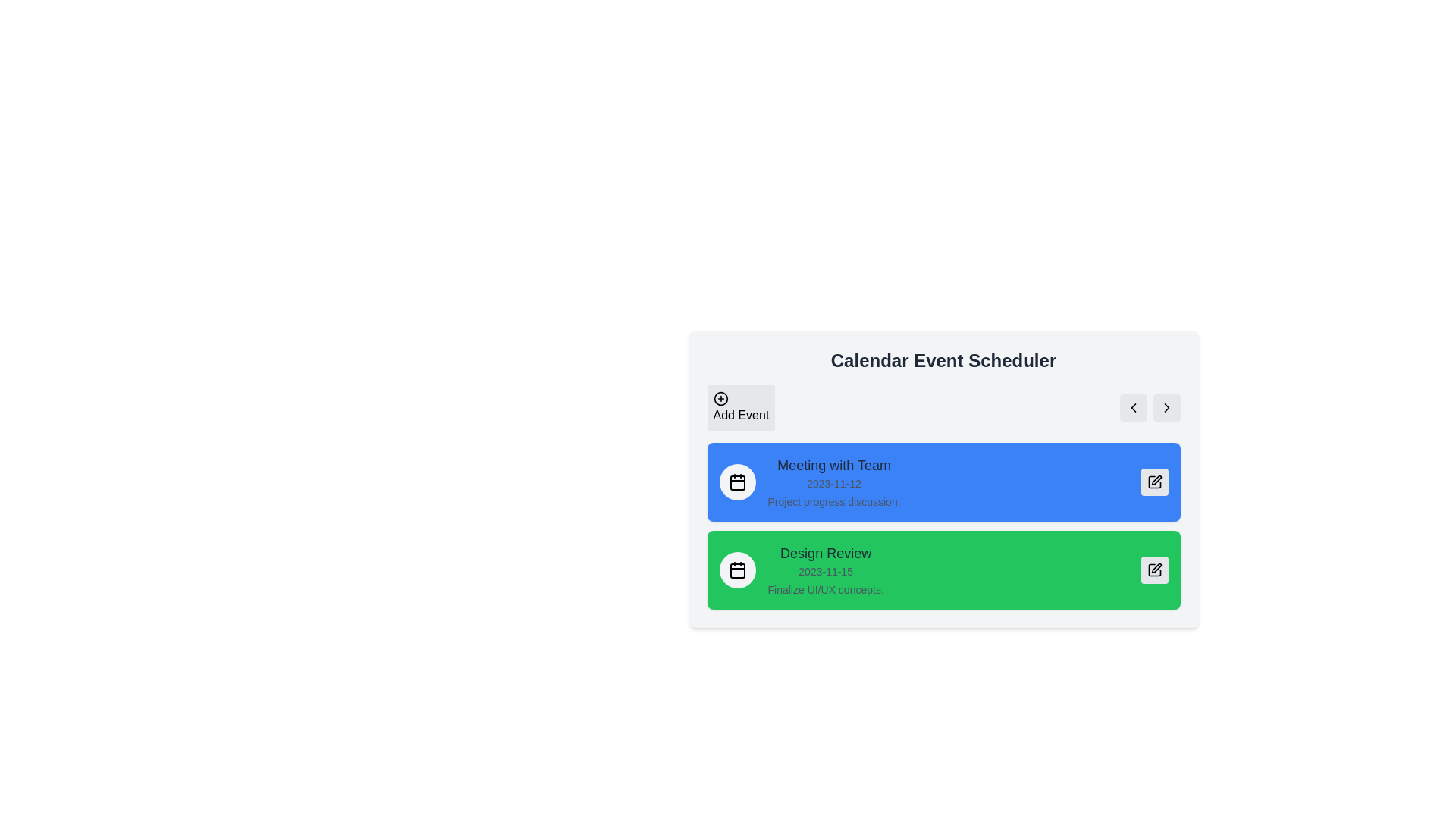  Describe the element at coordinates (833, 502) in the screenshot. I see `the text label displaying 'Project progress discussion.' located at the bottom of the event box titled 'Meeting with Team'` at that location.